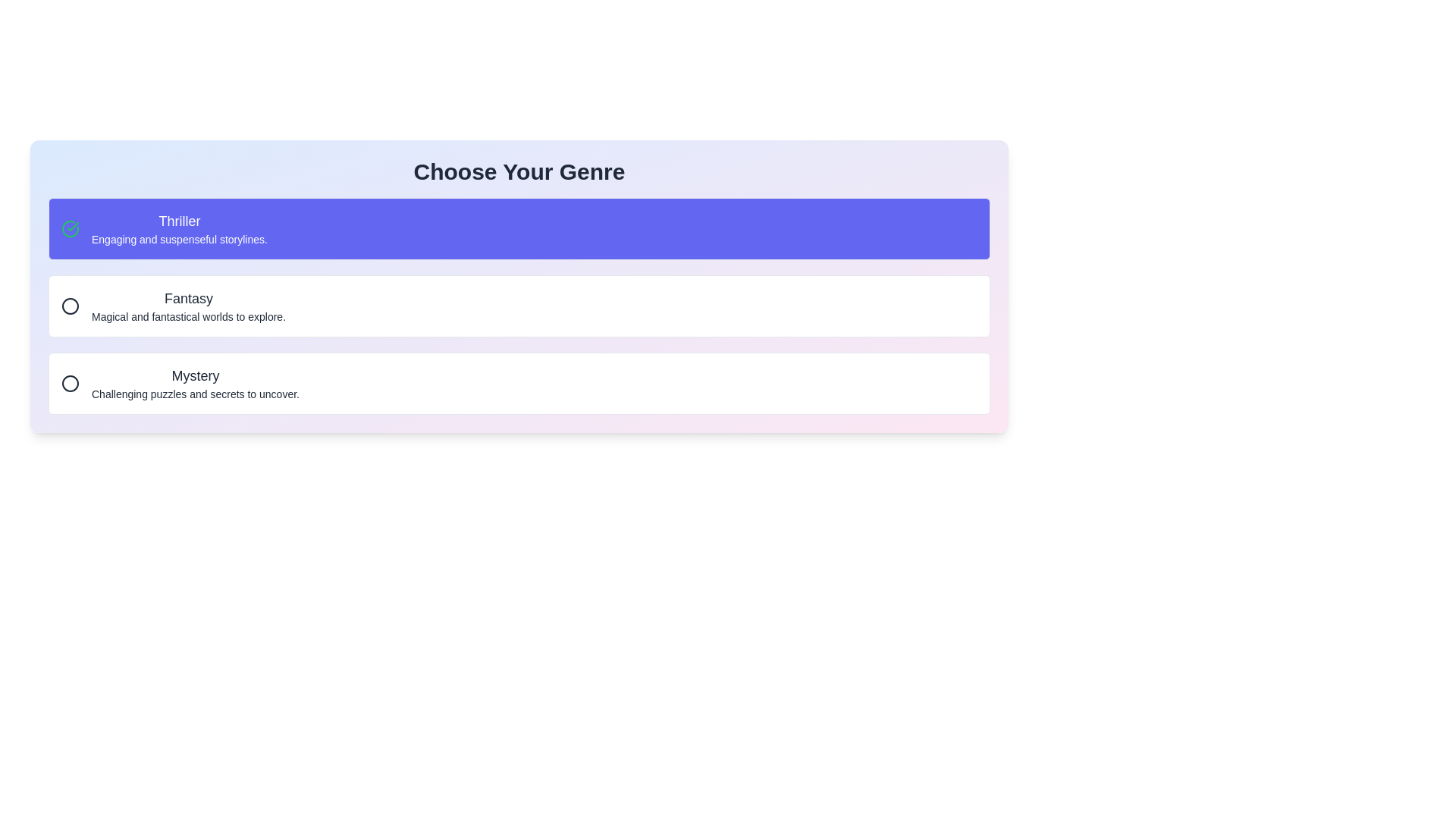 This screenshot has height=819, width=1456. I want to click on the 'Fantasy' genre option in the genre selection menu, so click(188, 306).